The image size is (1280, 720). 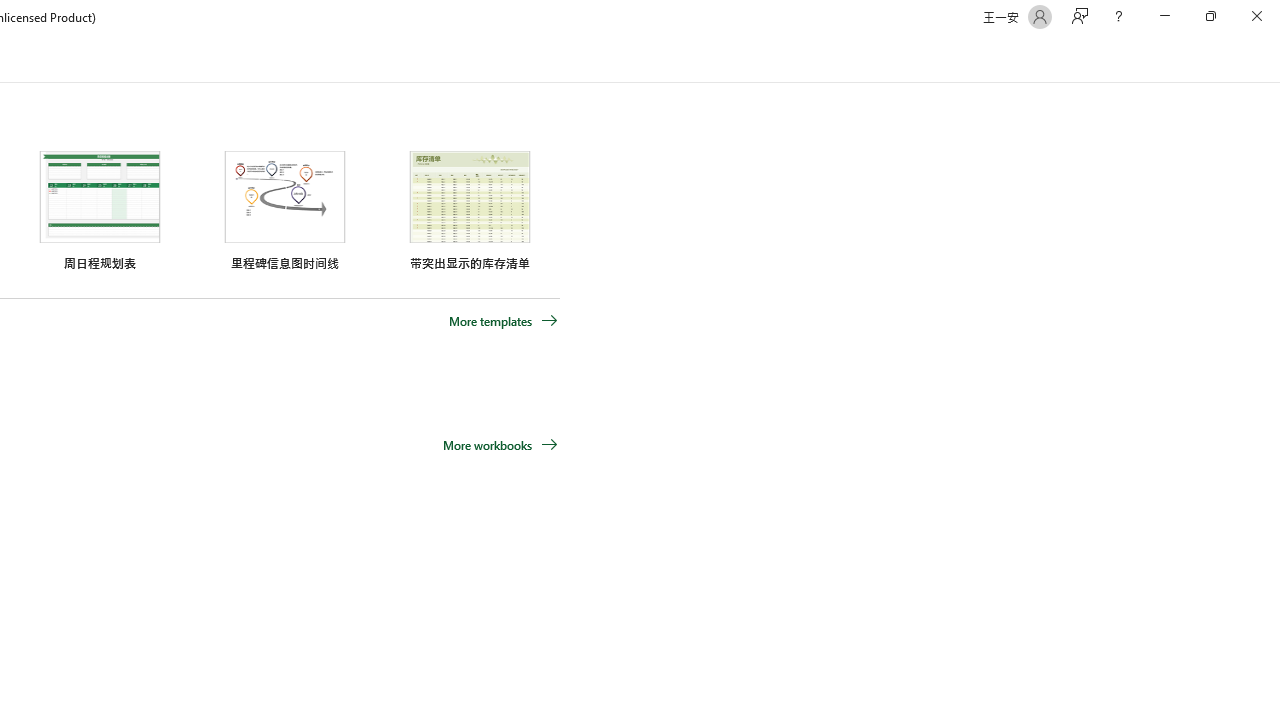 What do you see at coordinates (503, 320) in the screenshot?
I see `'More templates'` at bounding box center [503, 320].